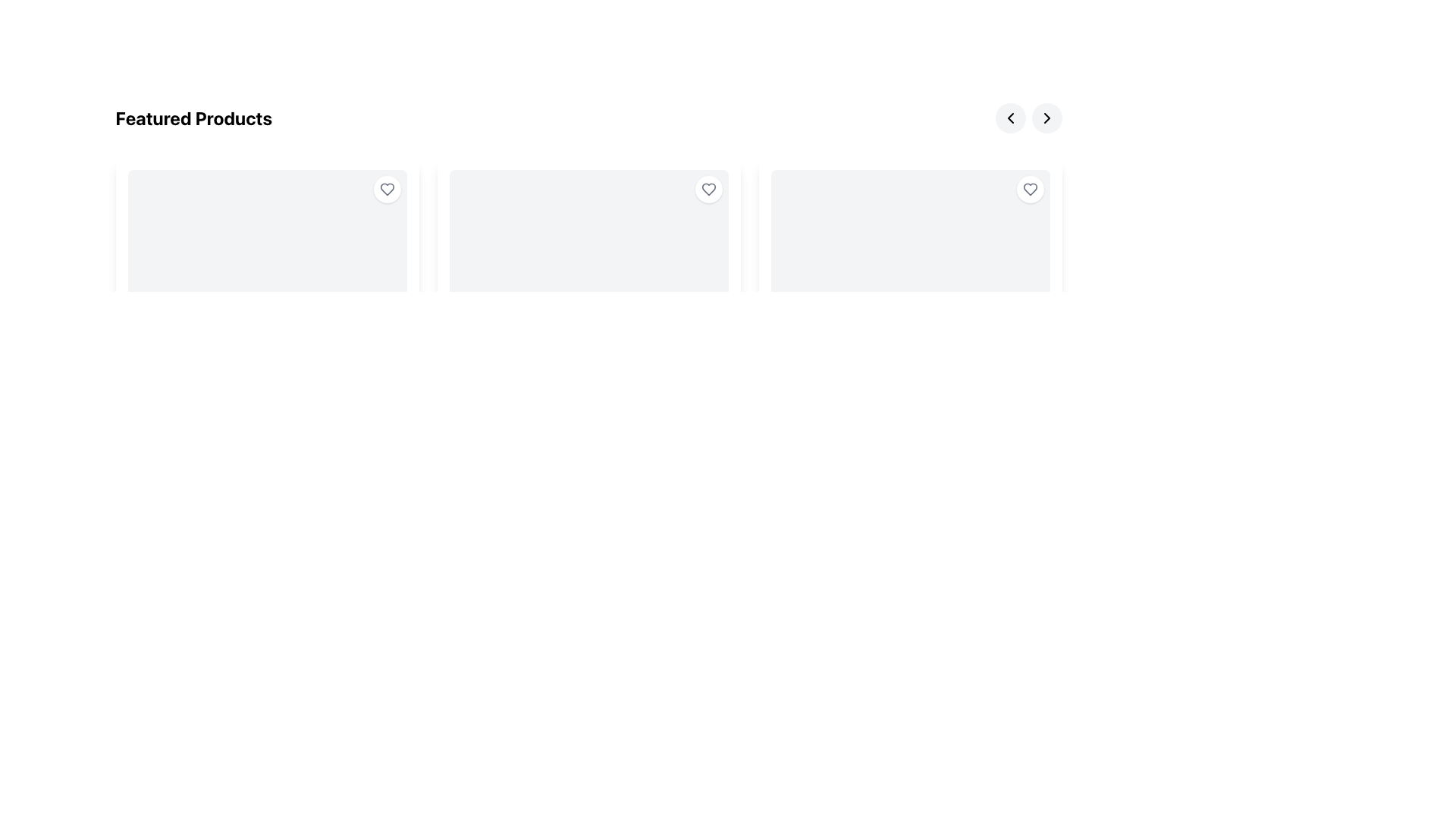 The height and width of the screenshot is (819, 1456). Describe the element at coordinates (387, 189) in the screenshot. I see `the circular button with a heart icon located at the top-right of the grid layout` at that location.